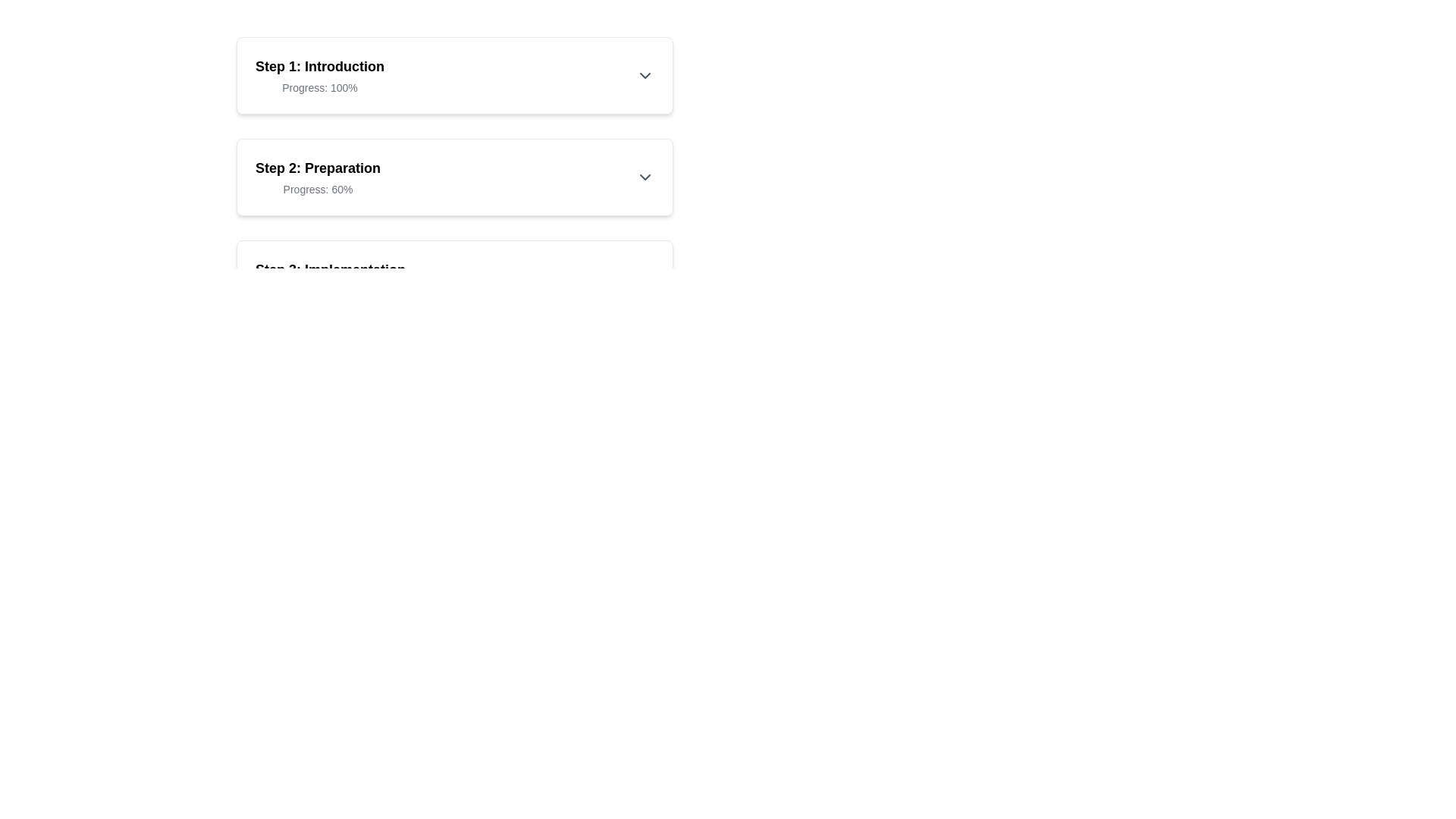 Image resolution: width=1456 pixels, height=819 pixels. What do you see at coordinates (454, 177) in the screenshot?
I see `the 'Step 2: Preparation' expandable list item` at bounding box center [454, 177].